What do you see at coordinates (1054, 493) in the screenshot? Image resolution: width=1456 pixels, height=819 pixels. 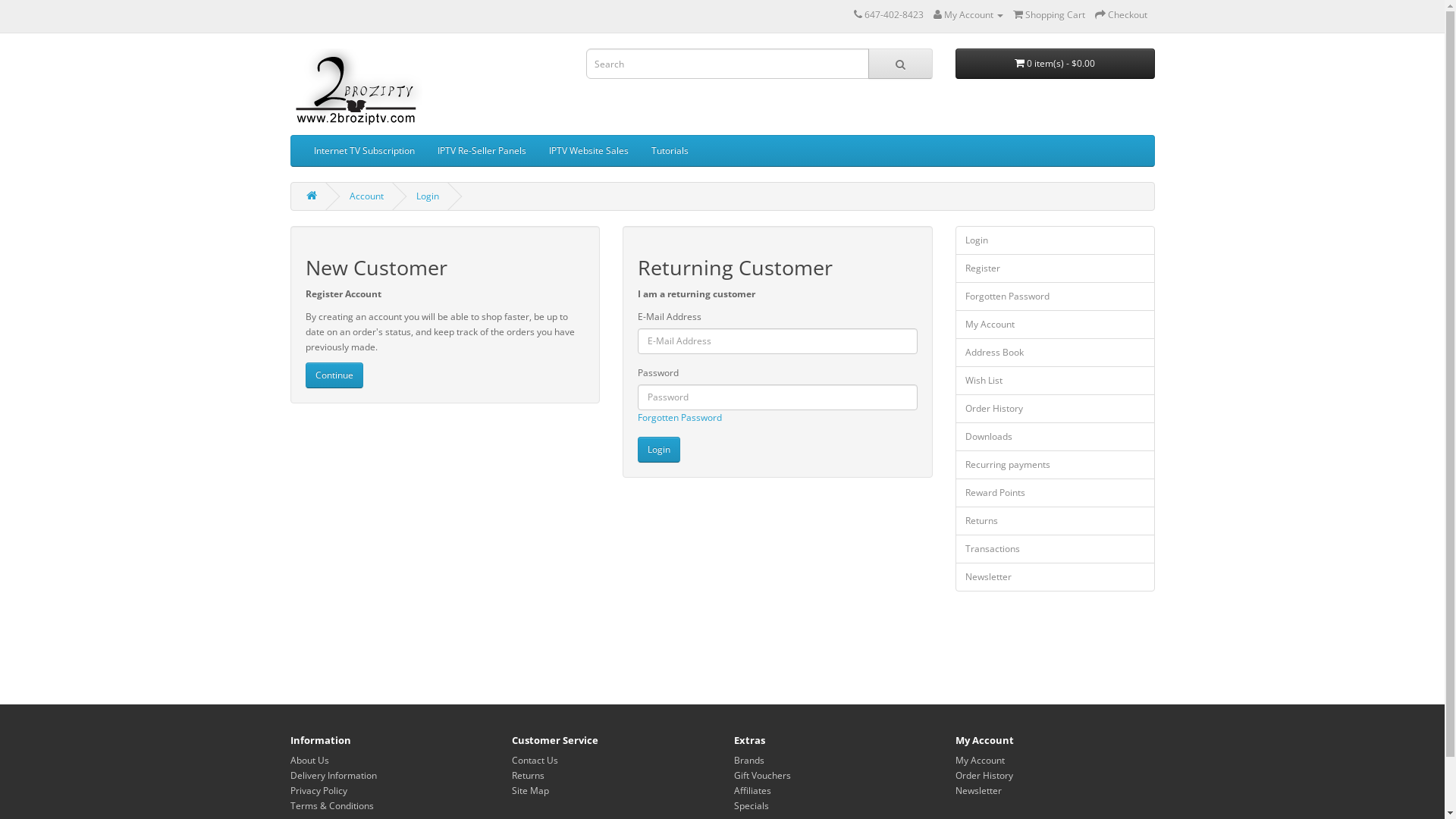 I see `'Reward Points'` at bounding box center [1054, 493].